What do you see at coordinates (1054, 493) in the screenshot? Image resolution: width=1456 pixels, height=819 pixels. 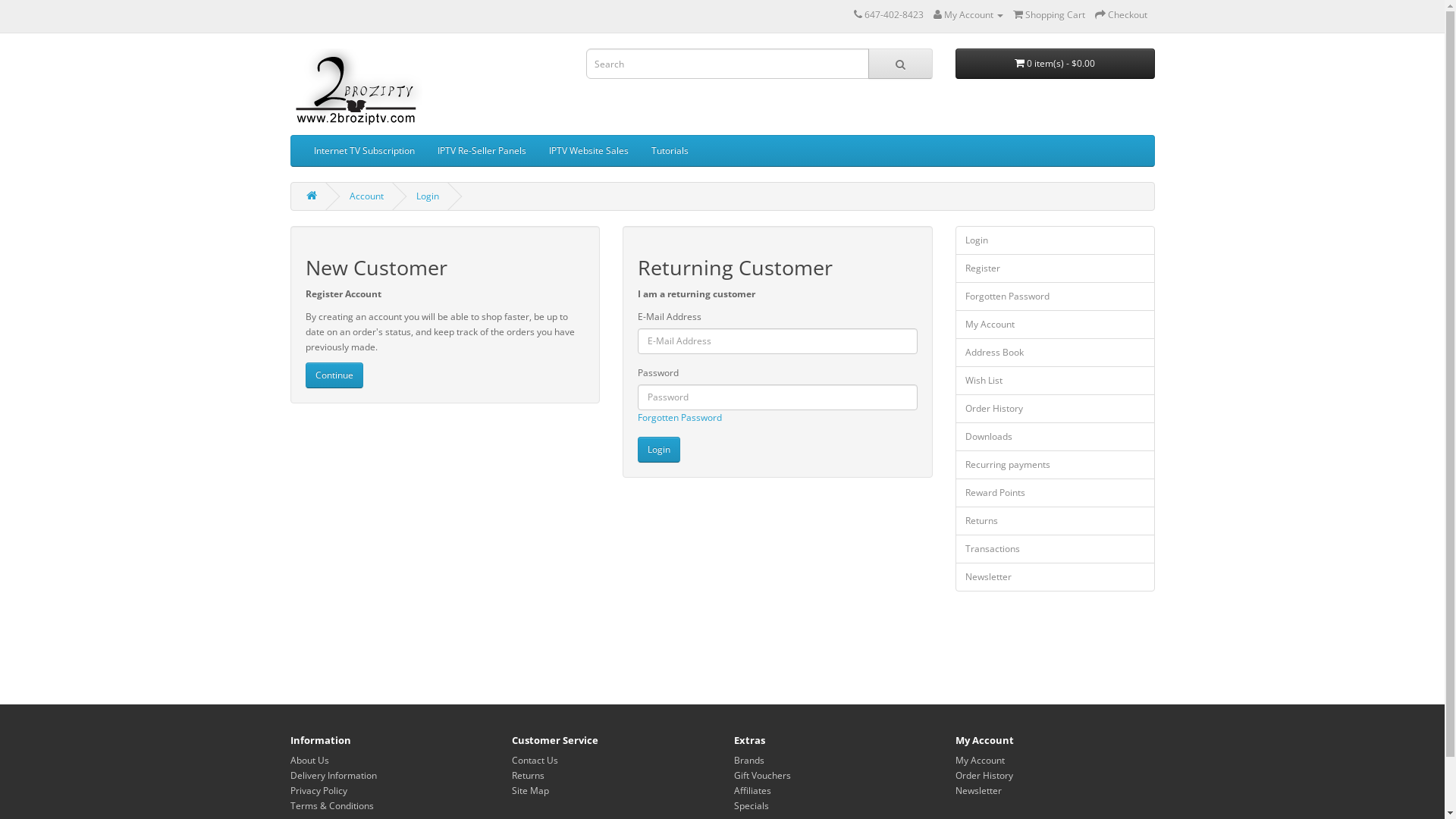 I see `'Reward Points'` at bounding box center [1054, 493].